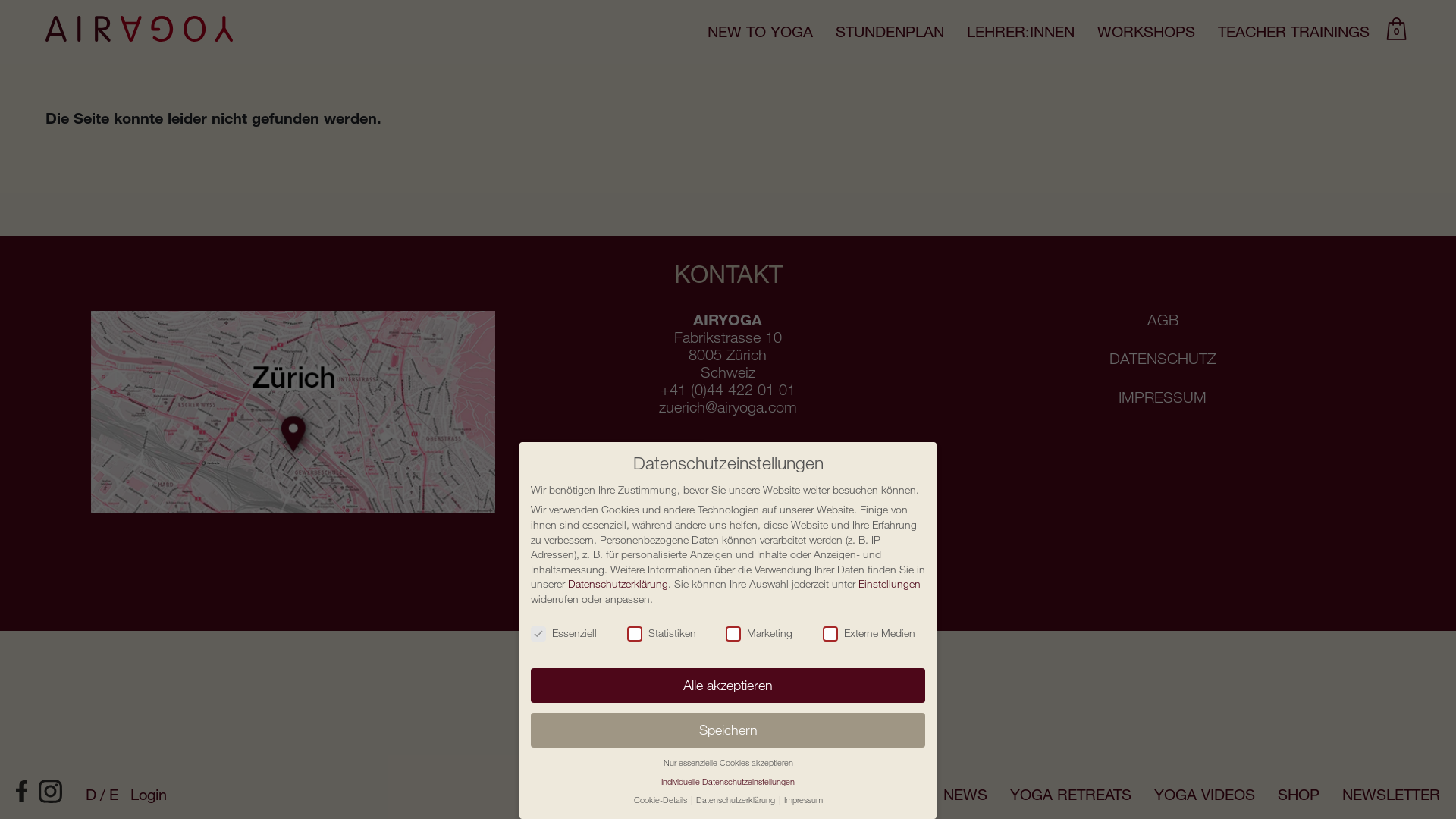 Image resolution: width=1456 pixels, height=819 pixels. Describe the element at coordinates (1161, 396) in the screenshot. I see `'IMPRESSUM'` at that location.